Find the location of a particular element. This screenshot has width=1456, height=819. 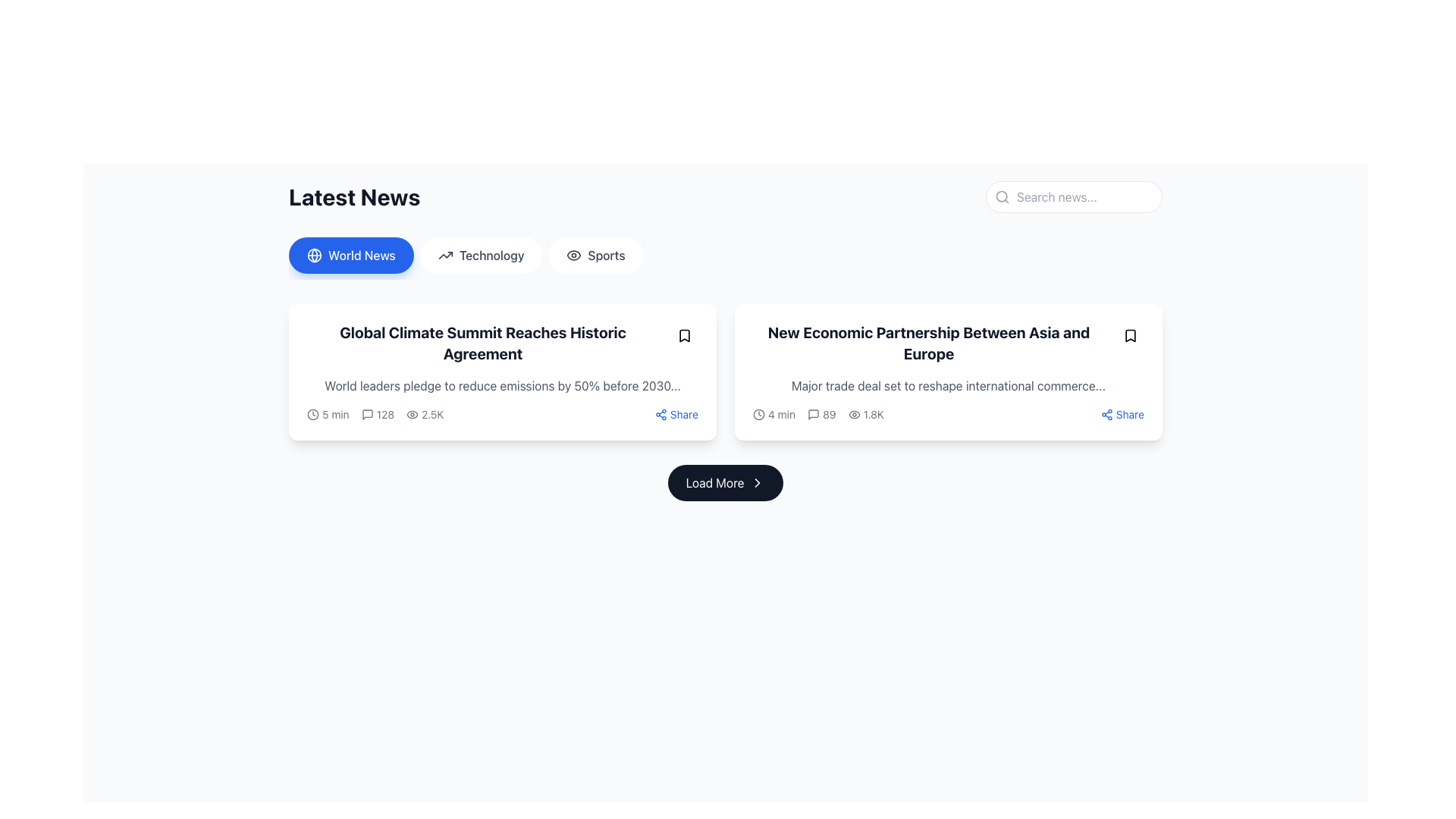

the minimalistic clock icon located at the top-left corner of the first card, adjacent to the text '5 min' is located at coordinates (312, 415).